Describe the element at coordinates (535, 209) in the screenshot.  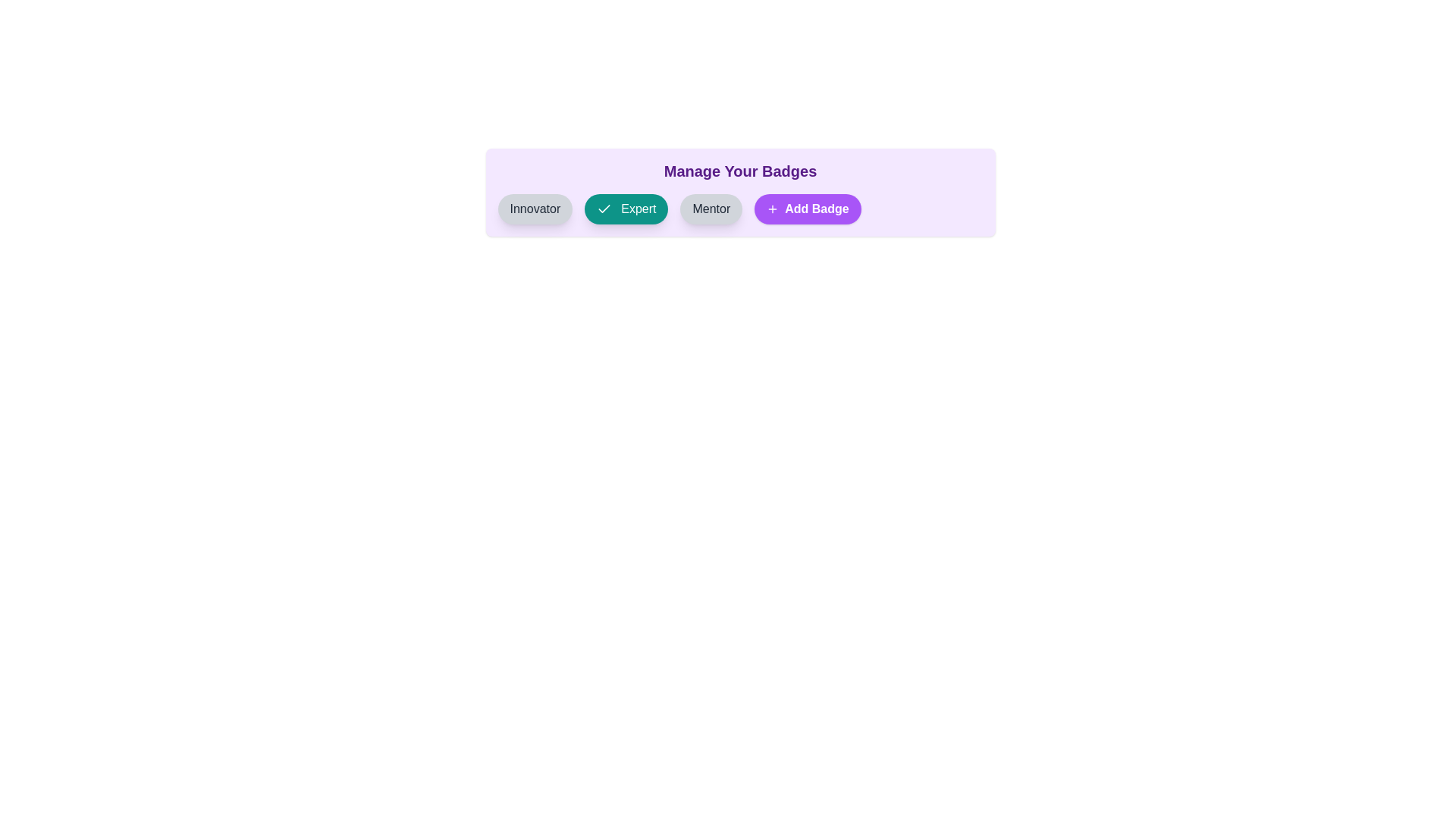
I see `the badge labeled Innovator` at that location.